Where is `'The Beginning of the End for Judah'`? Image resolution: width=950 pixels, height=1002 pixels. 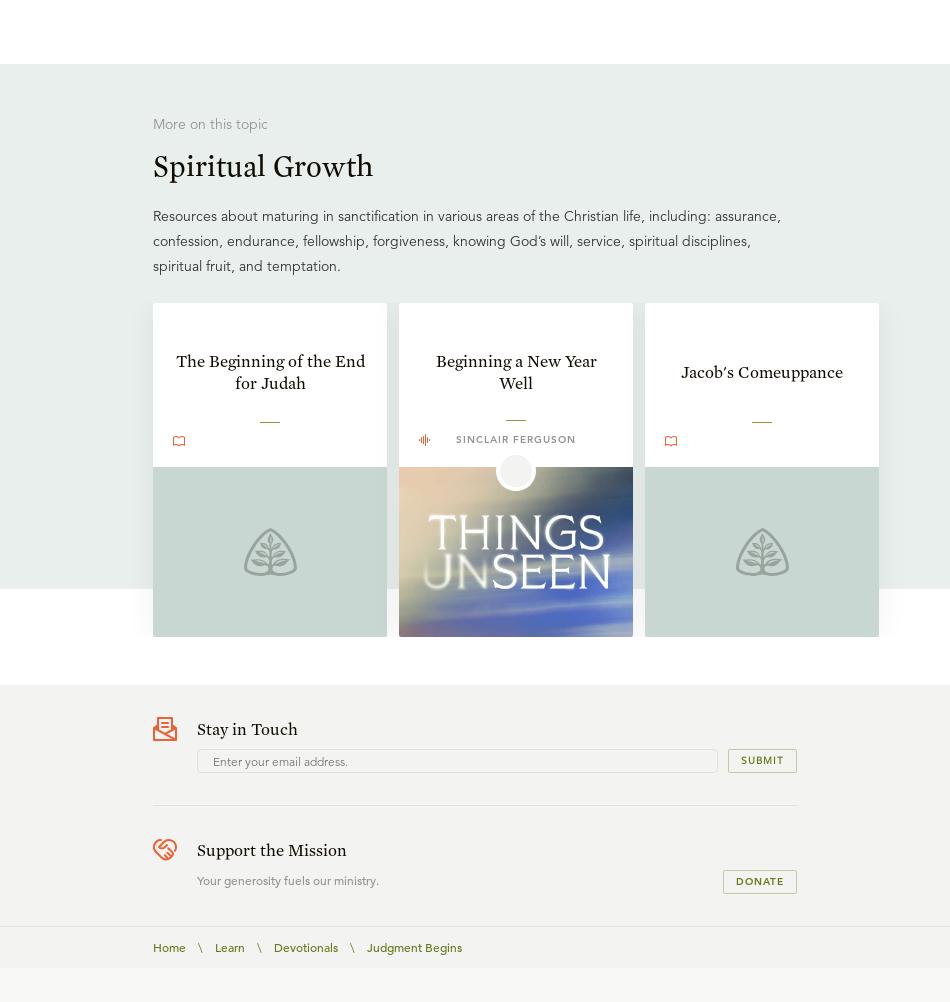
'The Beginning of the End for Judah' is located at coordinates (268, 372).